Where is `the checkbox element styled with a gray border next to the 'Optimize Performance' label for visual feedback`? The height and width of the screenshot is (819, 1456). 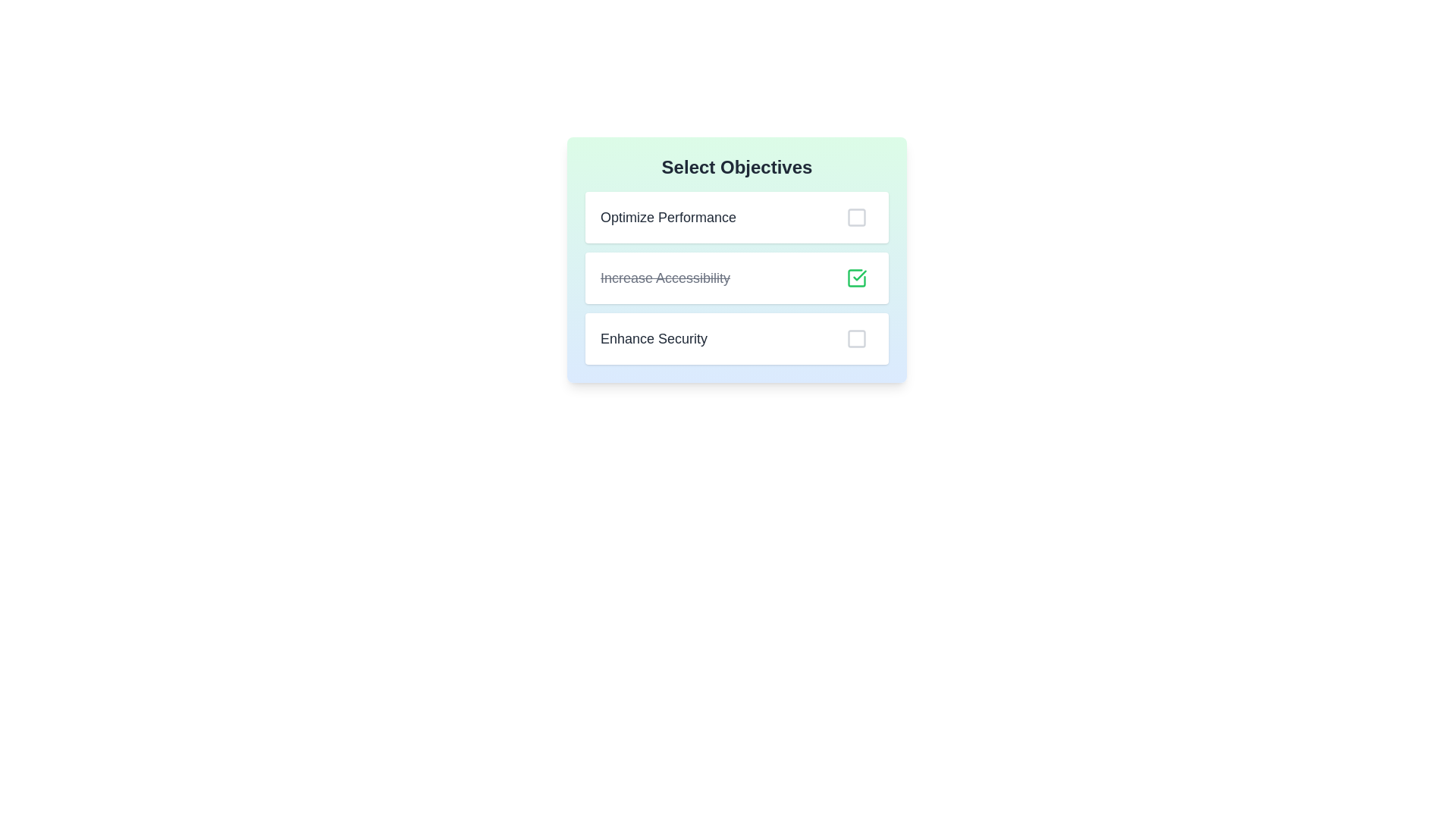
the checkbox element styled with a gray border next to the 'Optimize Performance' label for visual feedback is located at coordinates (856, 217).